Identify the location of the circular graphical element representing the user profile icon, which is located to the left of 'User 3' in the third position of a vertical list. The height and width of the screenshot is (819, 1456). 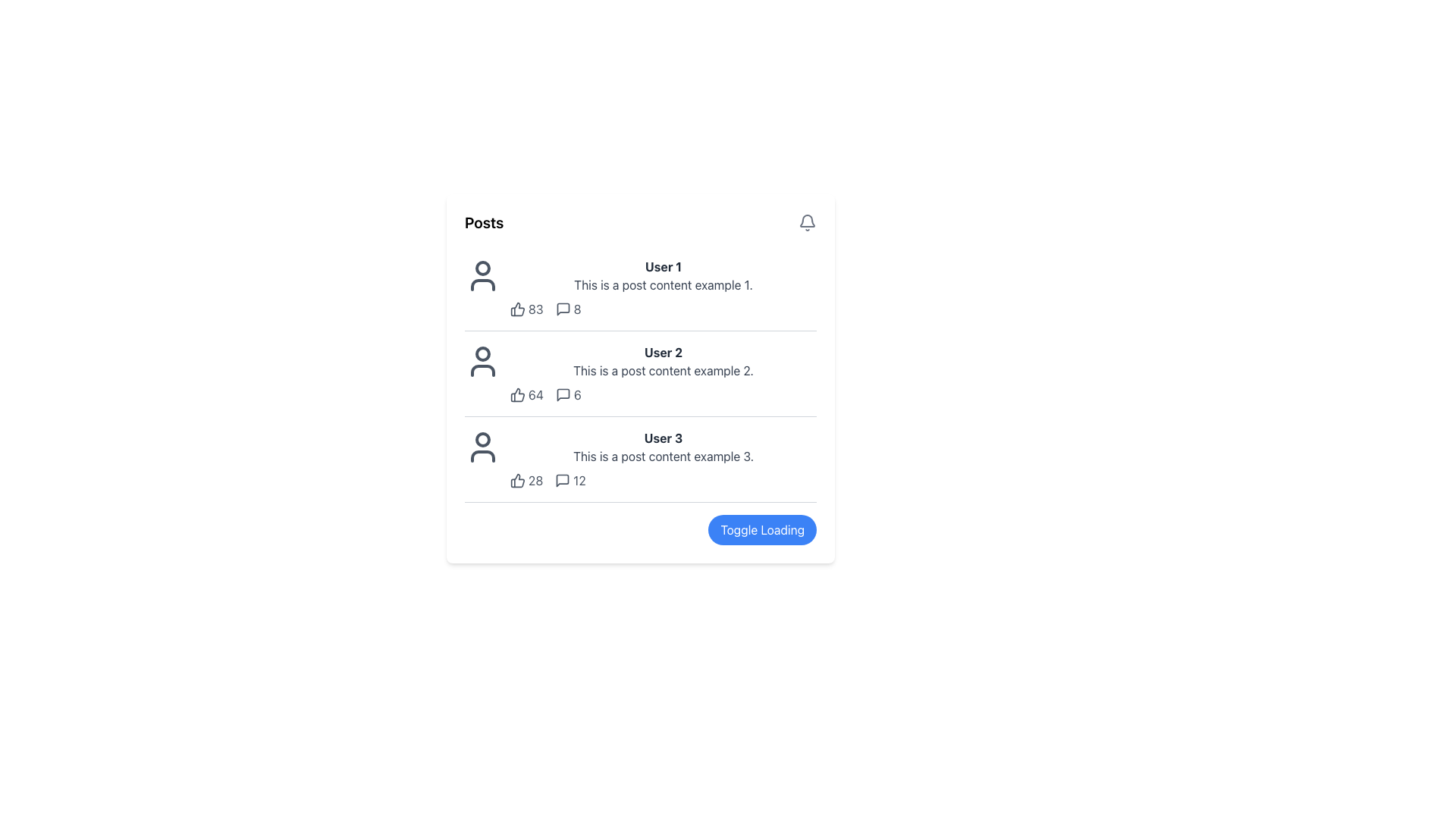
(482, 439).